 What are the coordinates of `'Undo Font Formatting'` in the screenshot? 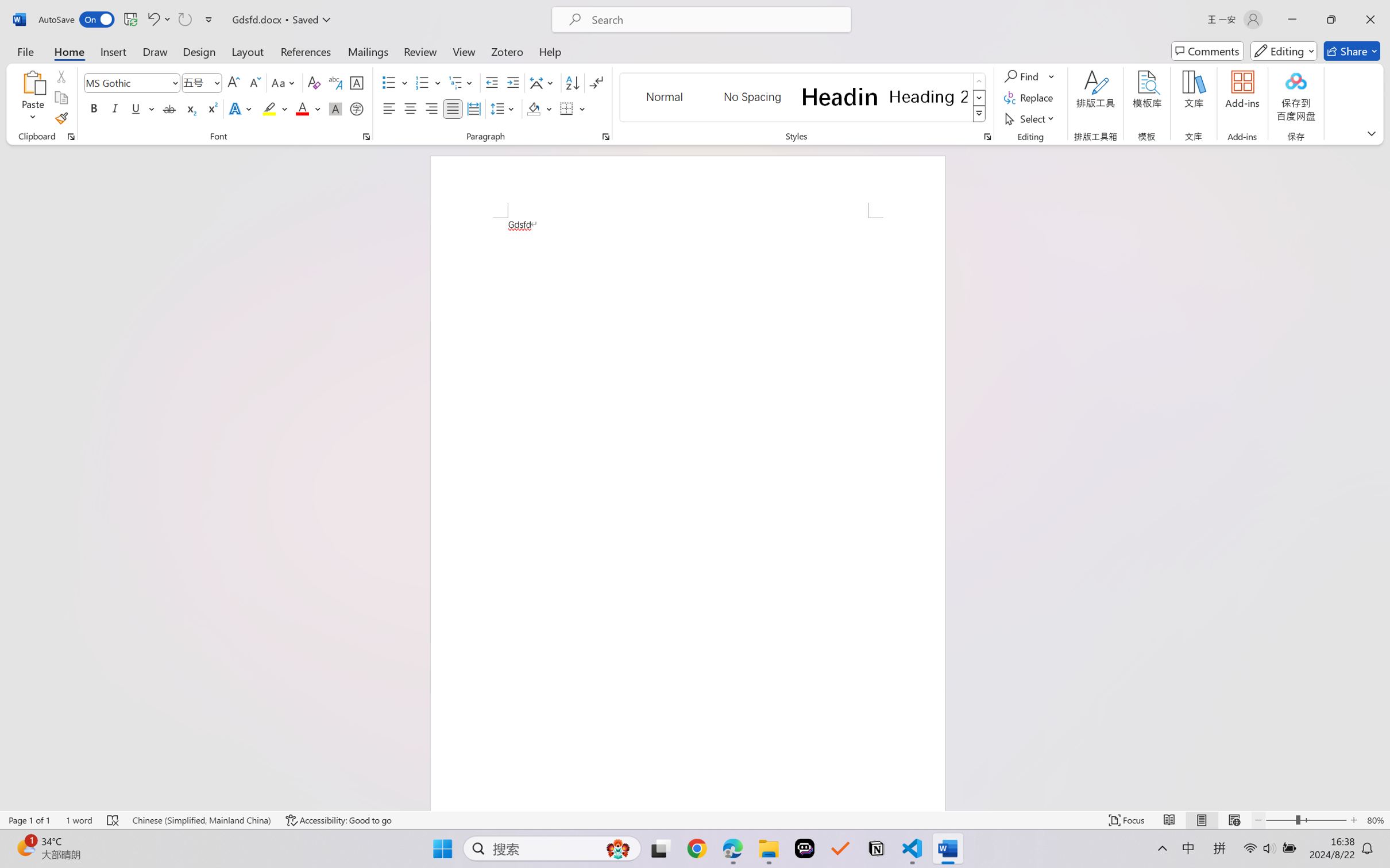 It's located at (152, 19).